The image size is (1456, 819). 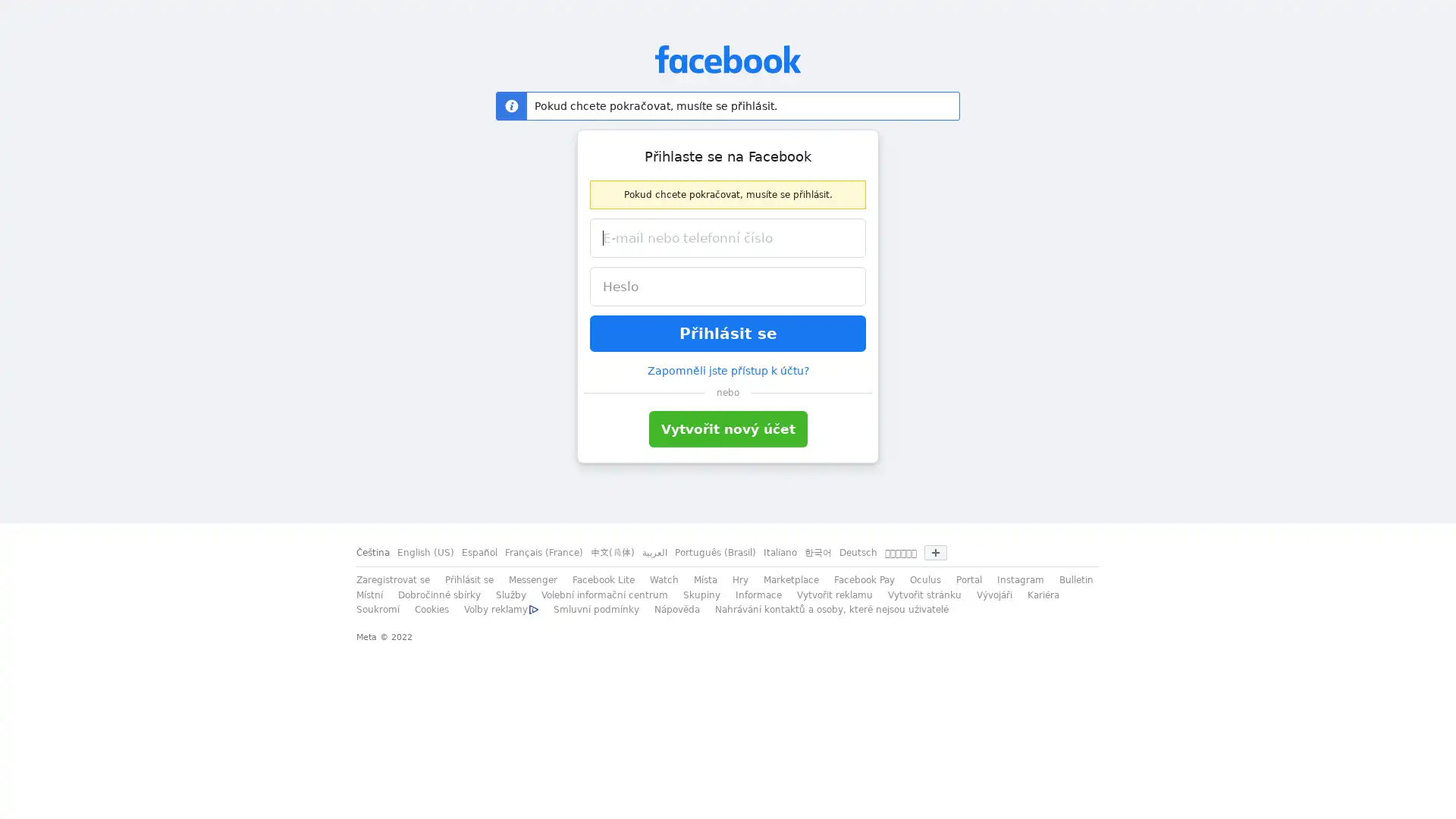 I want to click on Prihlasit se, so click(x=728, y=332).